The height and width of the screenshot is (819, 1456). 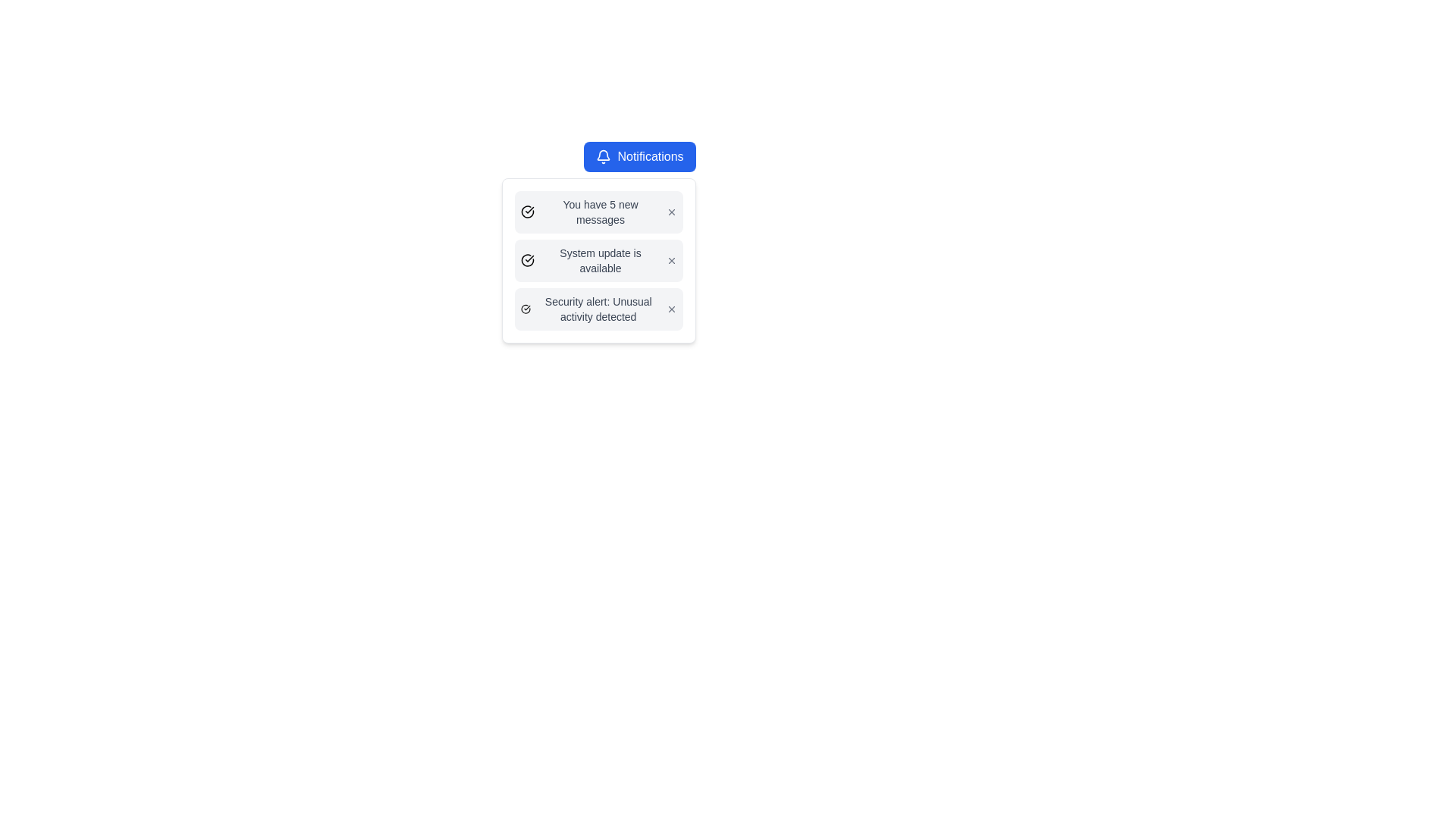 What do you see at coordinates (670, 212) in the screenshot?
I see `the small interactive 'X' button on the right side of the notification message that displays 'You have 5 new messages' to change its color to red` at bounding box center [670, 212].